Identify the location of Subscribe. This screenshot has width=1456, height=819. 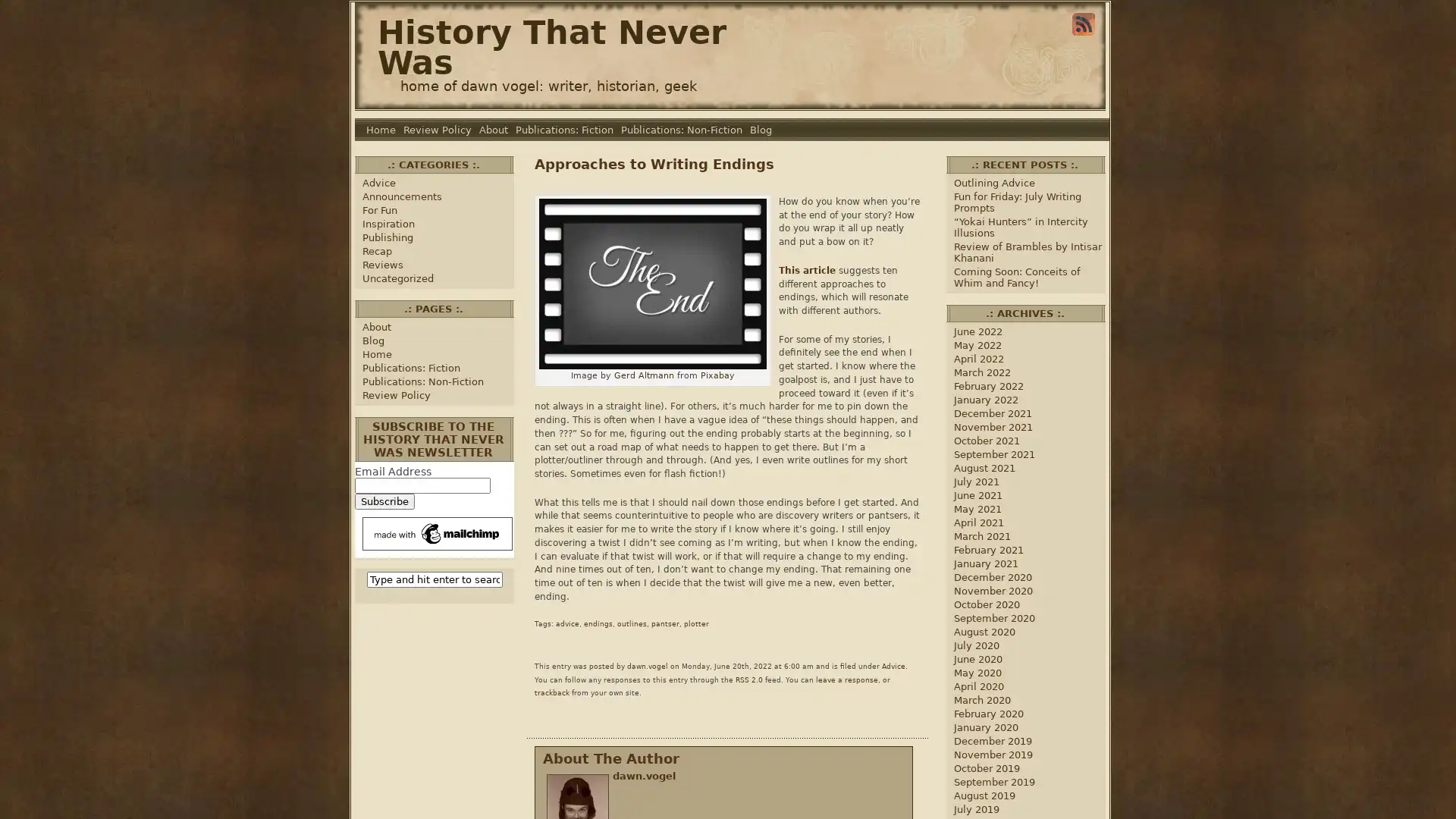
(384, 501).